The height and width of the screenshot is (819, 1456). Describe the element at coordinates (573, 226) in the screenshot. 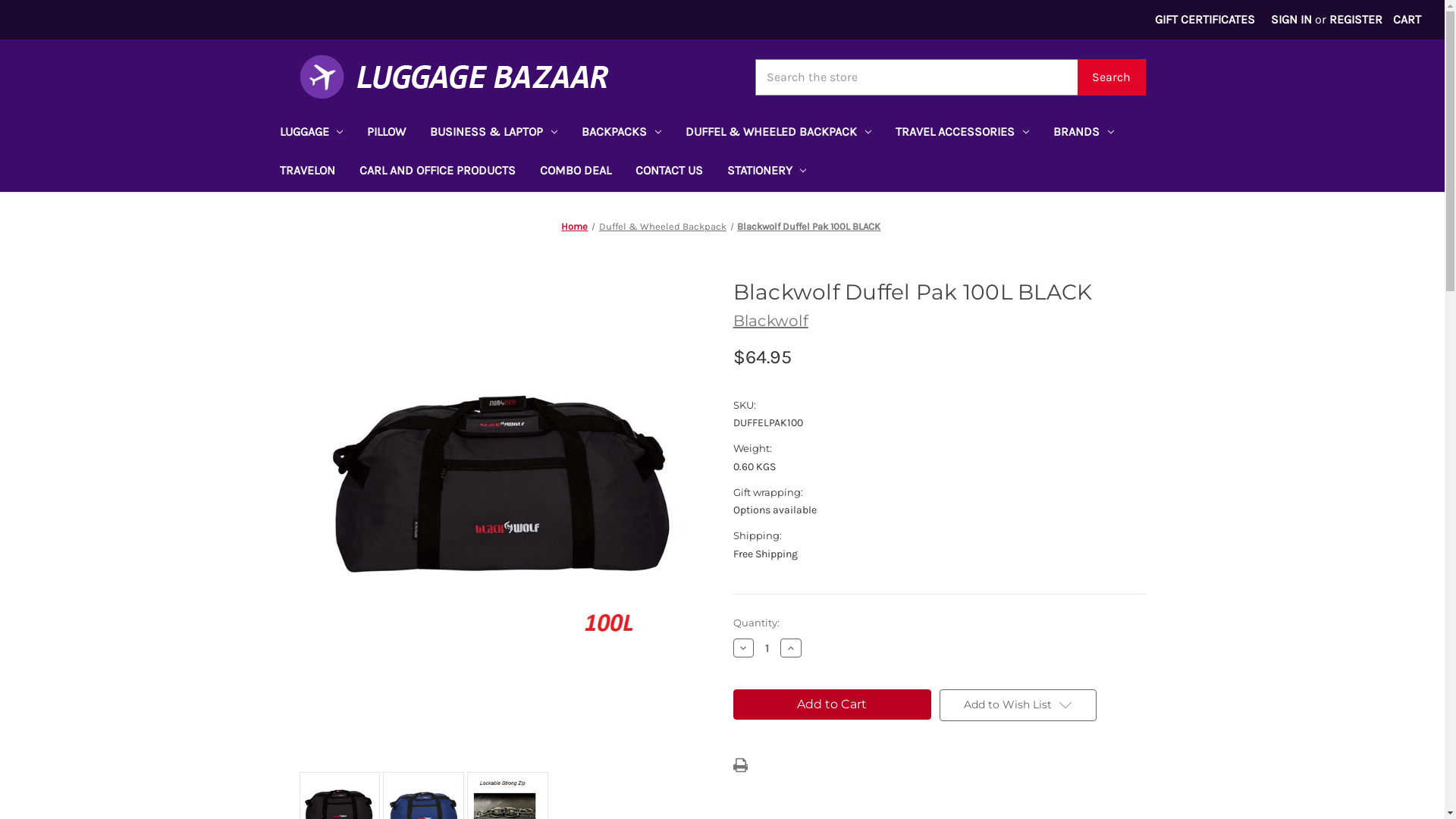

I see `'Home'` at that location.